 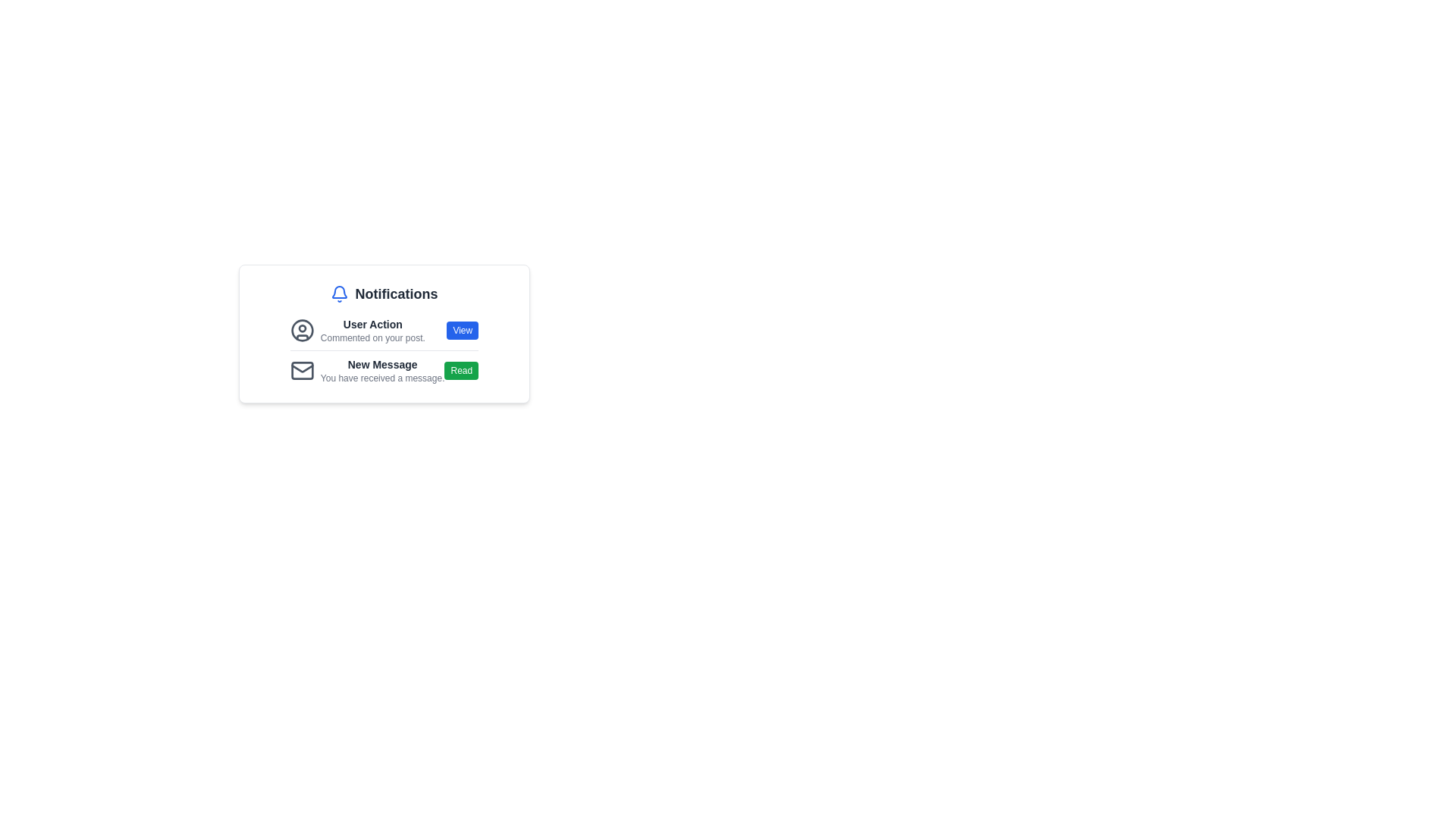 I want to click on the bell icon element with a blue outline, which is located to the left of the 'Notifications' text, so click(x=339, y=294).